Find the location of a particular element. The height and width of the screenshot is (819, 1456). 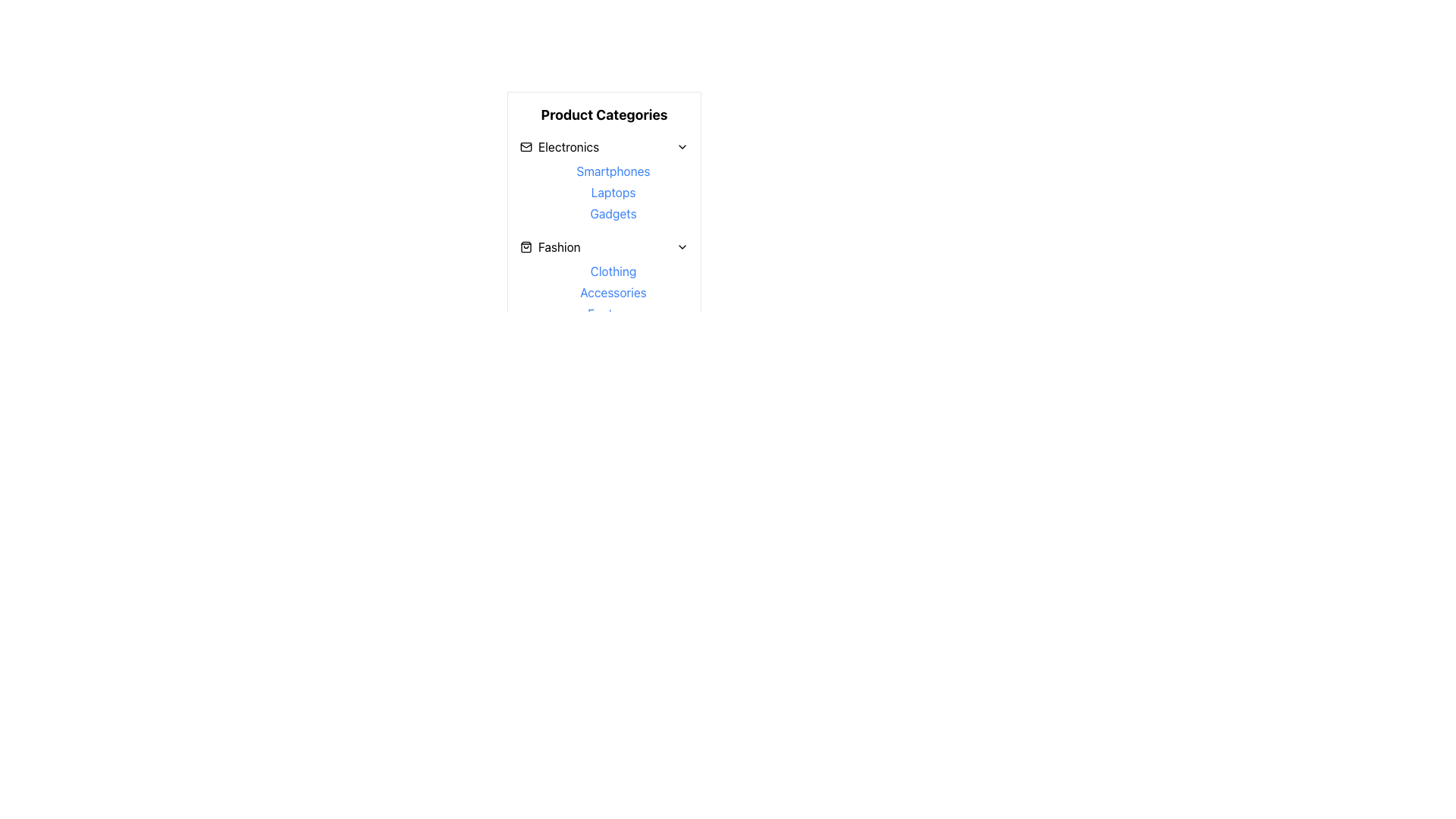

the 'Product Categories' section in the sidebar navigation panel is located at coordinates (603, 221).